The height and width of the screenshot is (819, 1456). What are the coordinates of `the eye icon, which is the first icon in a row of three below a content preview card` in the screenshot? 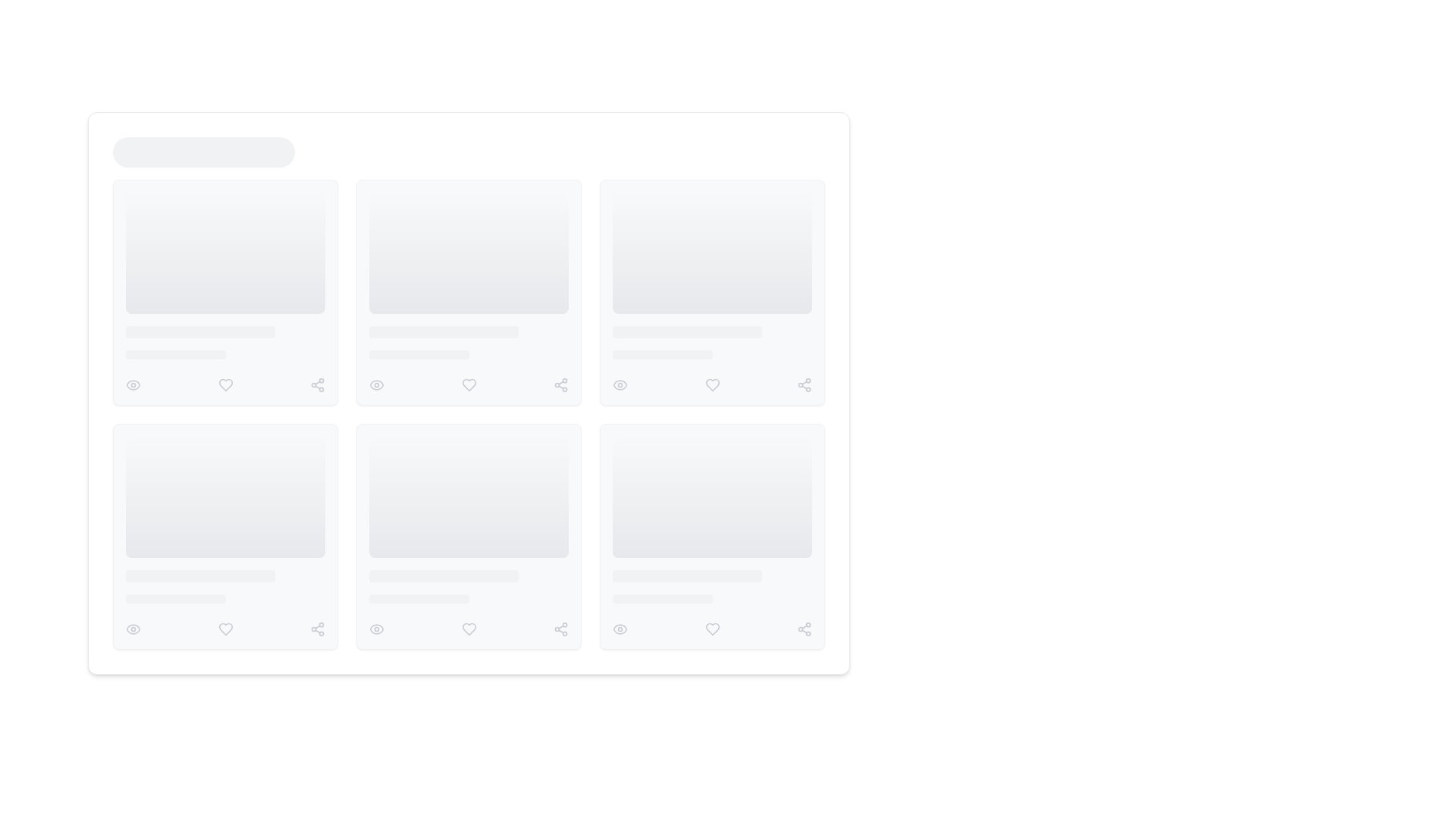 It's located at (377, 629).